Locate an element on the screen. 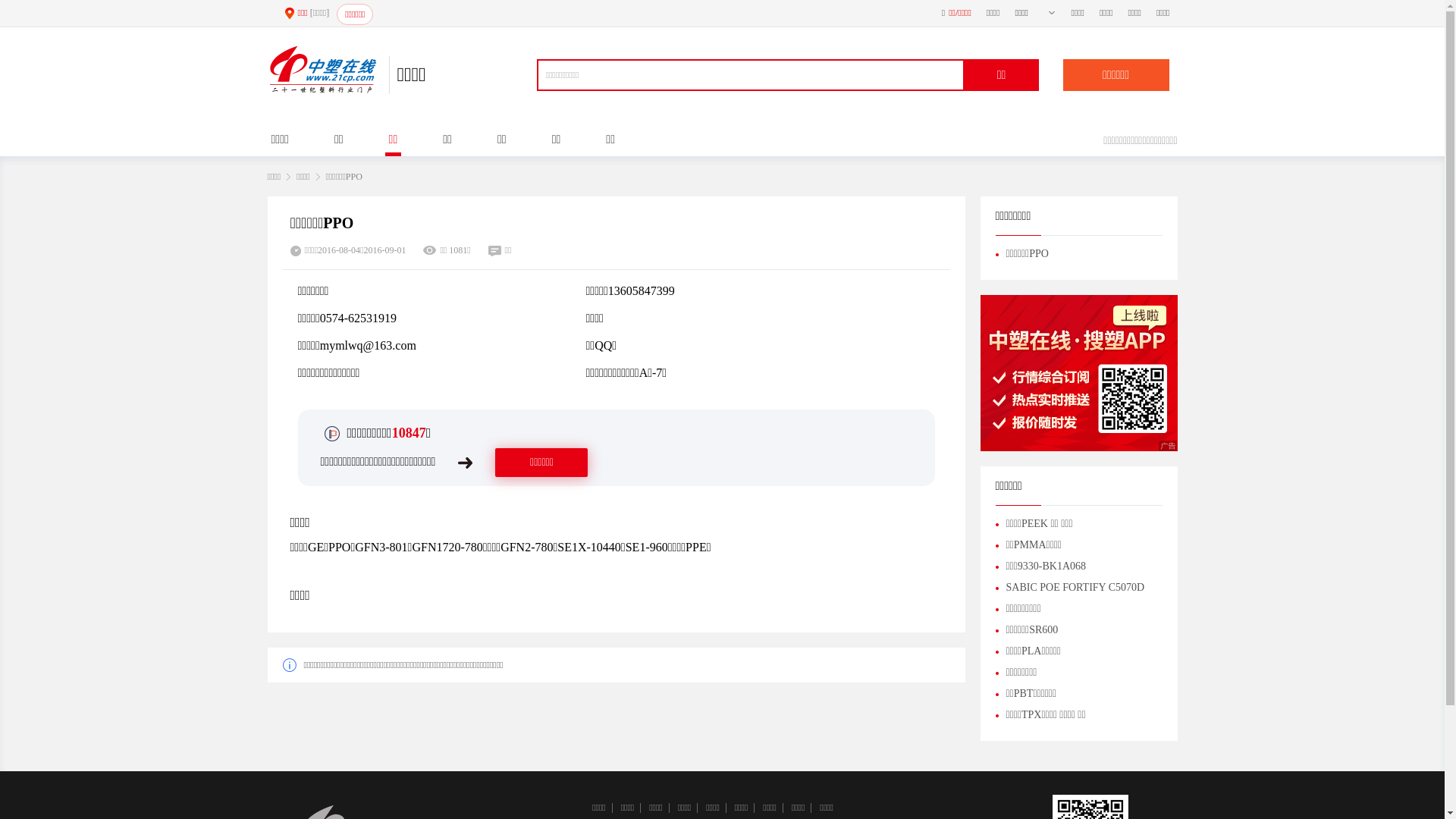  'SABIC POE FORTIFY C5070D' is located at coordinates (1068, 586).